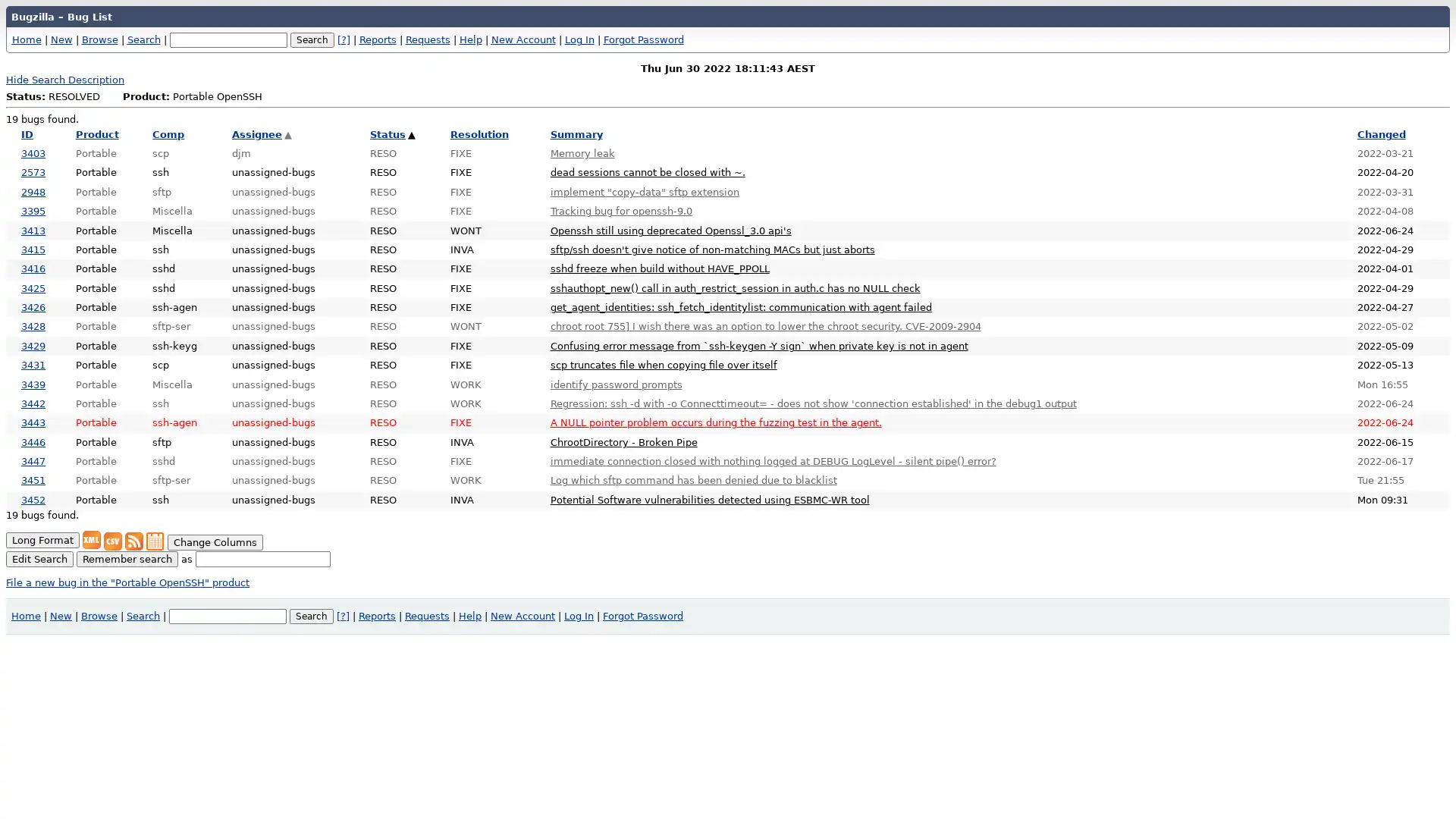 Image resolution: width=1456 pixels, height=819 pixels. What do you see at coordinates (311, 38) in the screenshot?
I see `Search` at bounding box center [311, 38].